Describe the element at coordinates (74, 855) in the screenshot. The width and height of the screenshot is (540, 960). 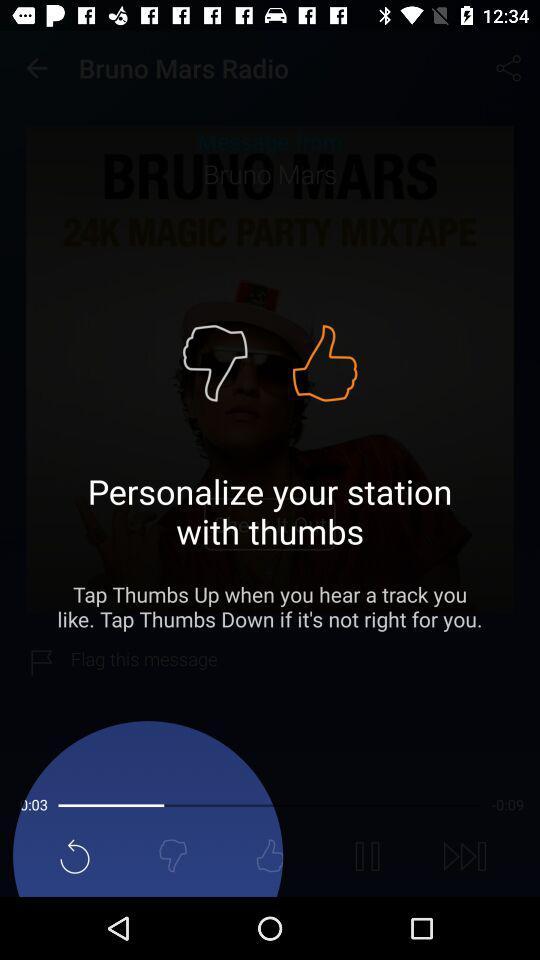
I see `refresh icon` at that location.